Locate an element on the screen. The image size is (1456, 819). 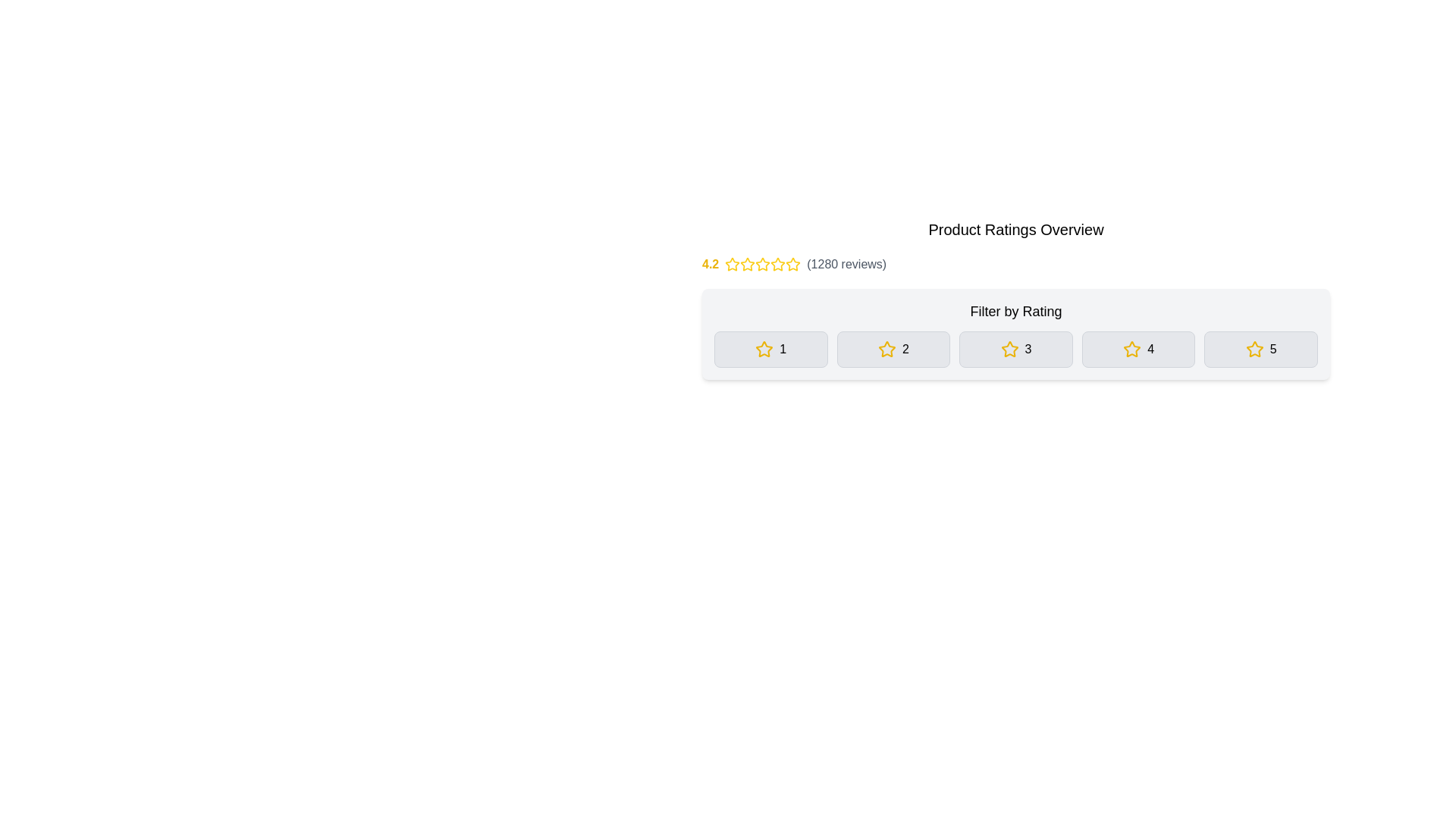
the text label displaying the total number of reviews associated with the product, located to the right of the star rating visualization is located at coordinates (846, 263).